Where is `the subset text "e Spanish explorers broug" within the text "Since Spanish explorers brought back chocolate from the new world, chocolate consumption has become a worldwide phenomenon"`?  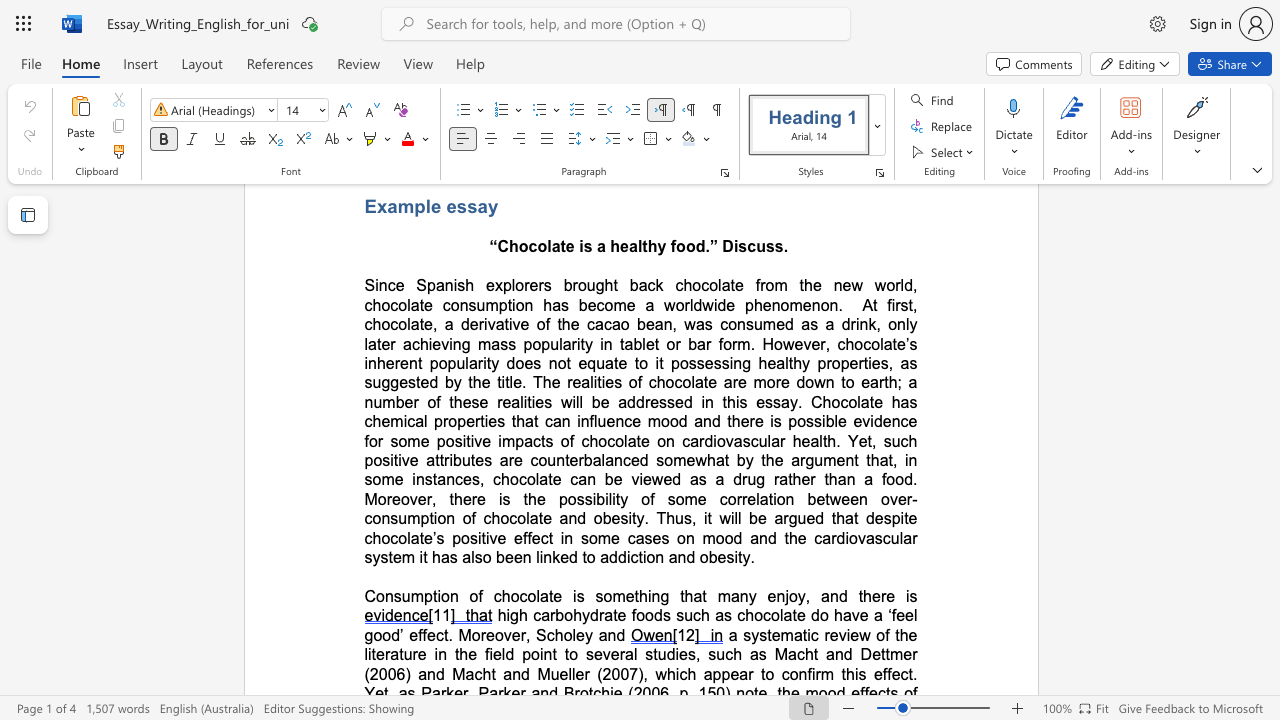 the subset text "e Spanish explorers broug" within the text "Since Spanish explorers brought back chocolate from the new world, chocolate consumption has become a worldwide phenomenon" is located at coordinates (395, 285).